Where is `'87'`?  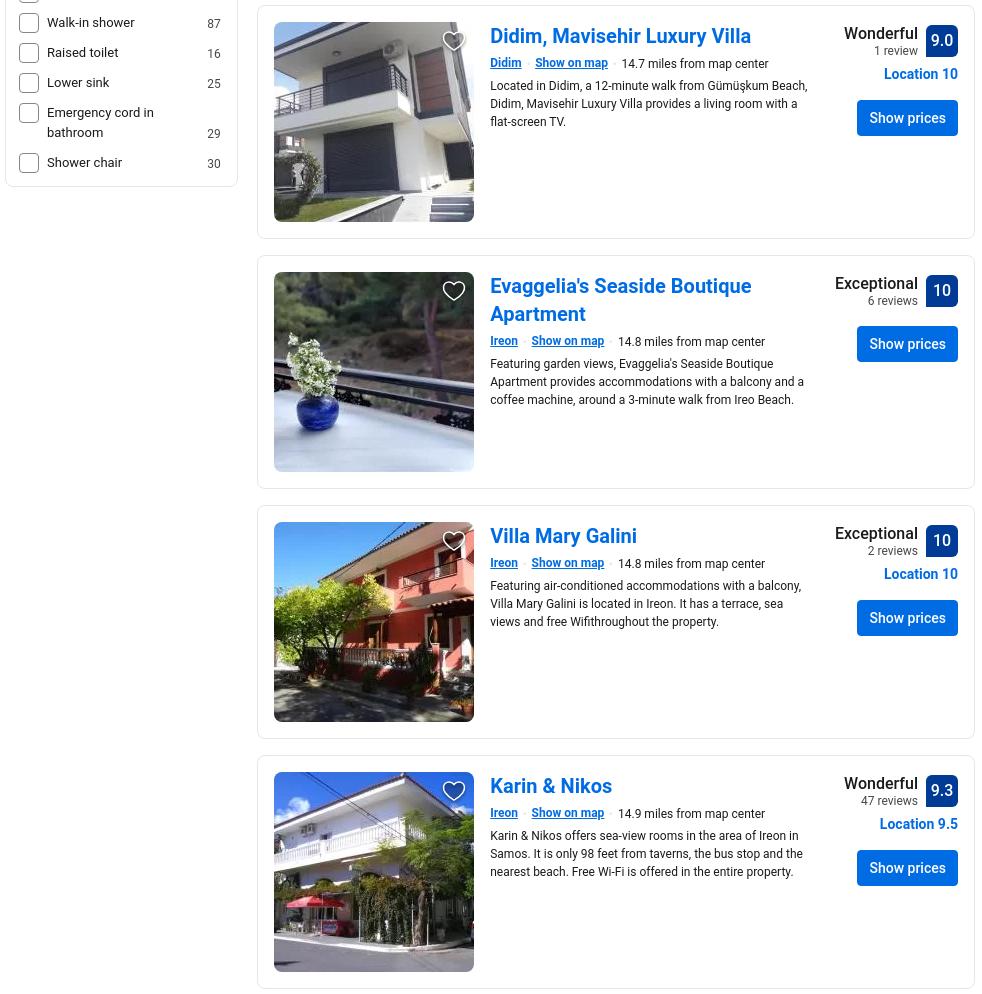
'87' is located at coordinates (212, 23).